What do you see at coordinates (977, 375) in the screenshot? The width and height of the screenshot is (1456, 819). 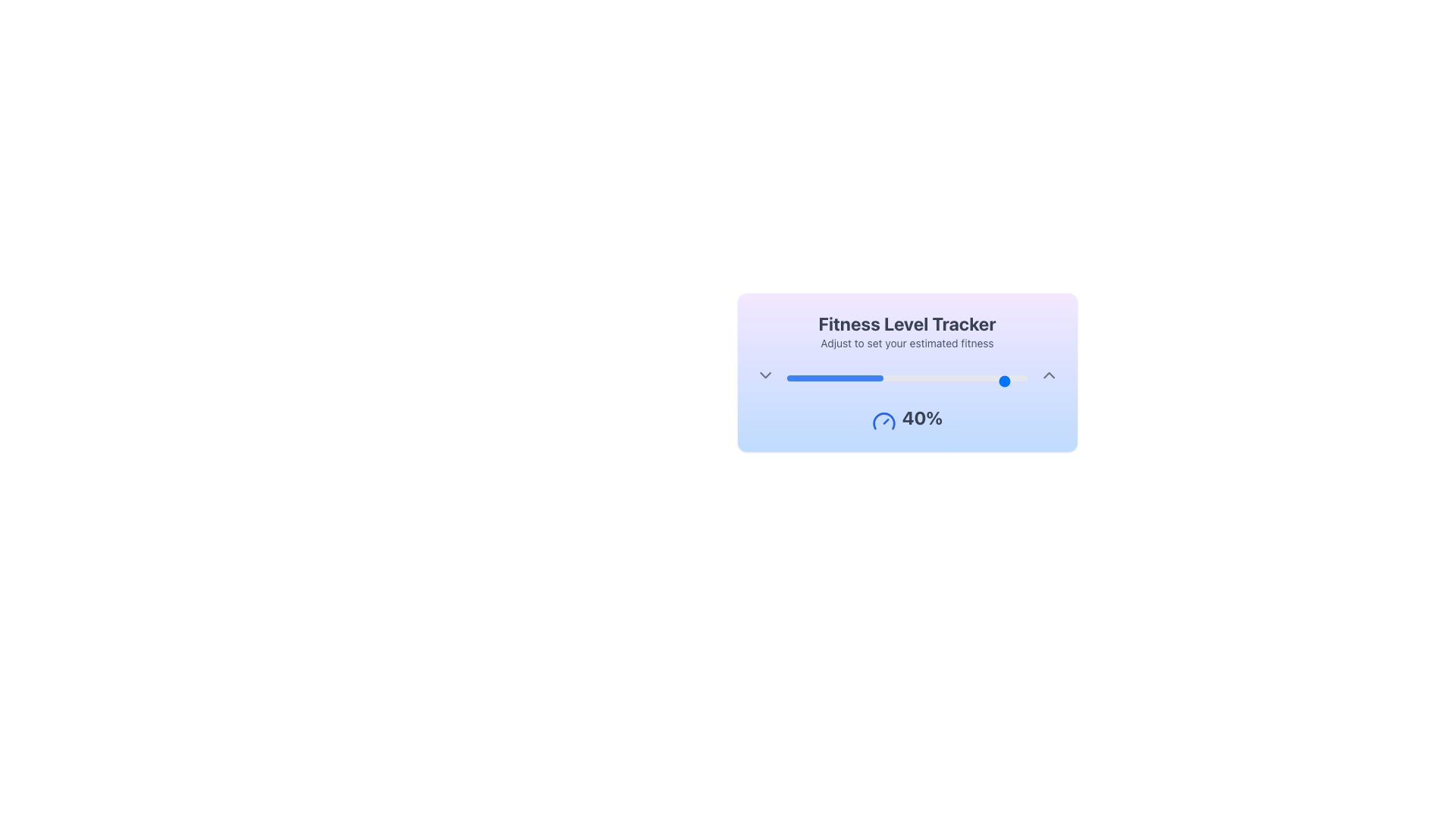 I see `the slider value` at bounding box center [977, 375].